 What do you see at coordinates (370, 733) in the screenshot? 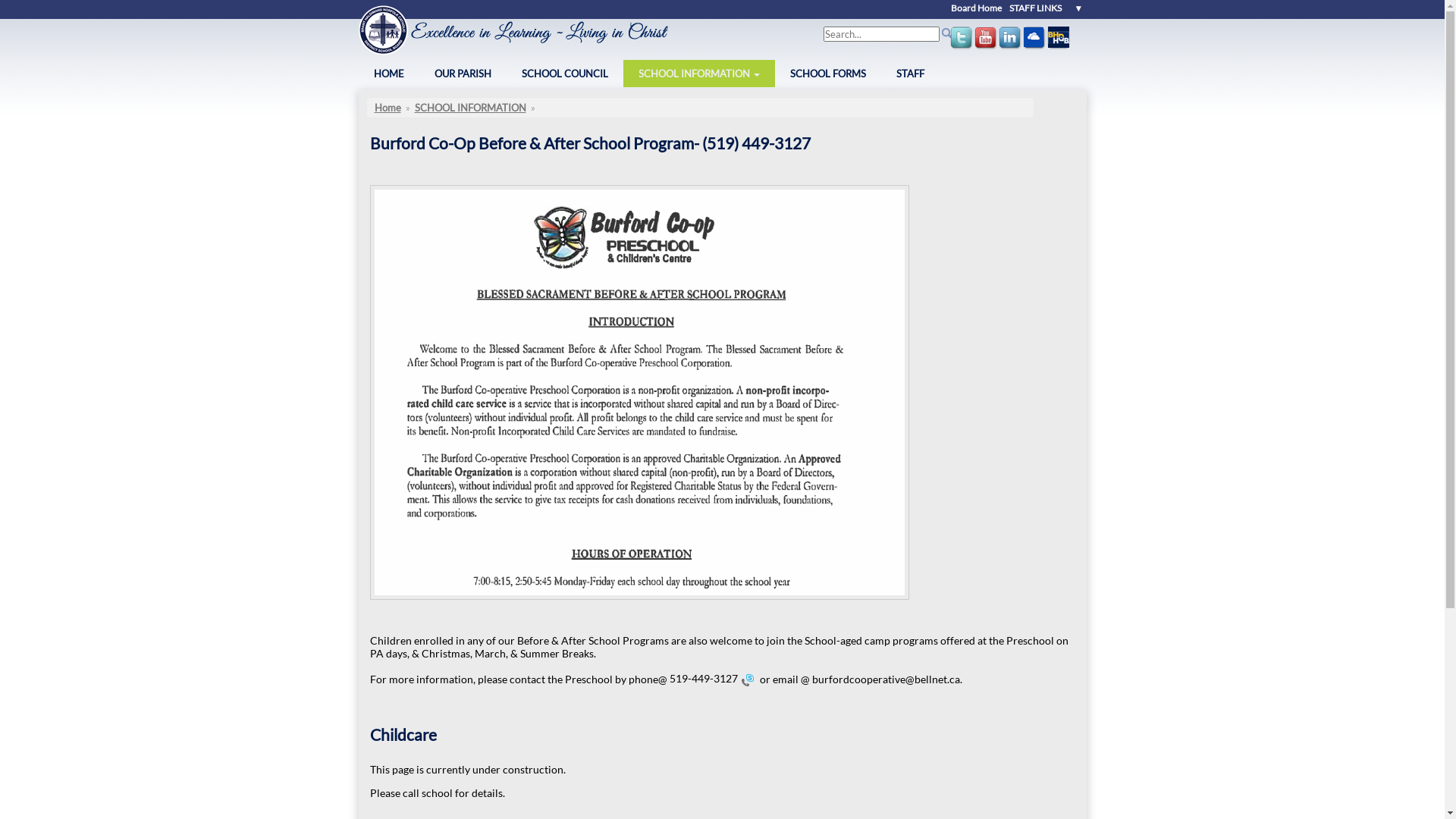
I see `'Childcare'` at bounding box center [370, 733].